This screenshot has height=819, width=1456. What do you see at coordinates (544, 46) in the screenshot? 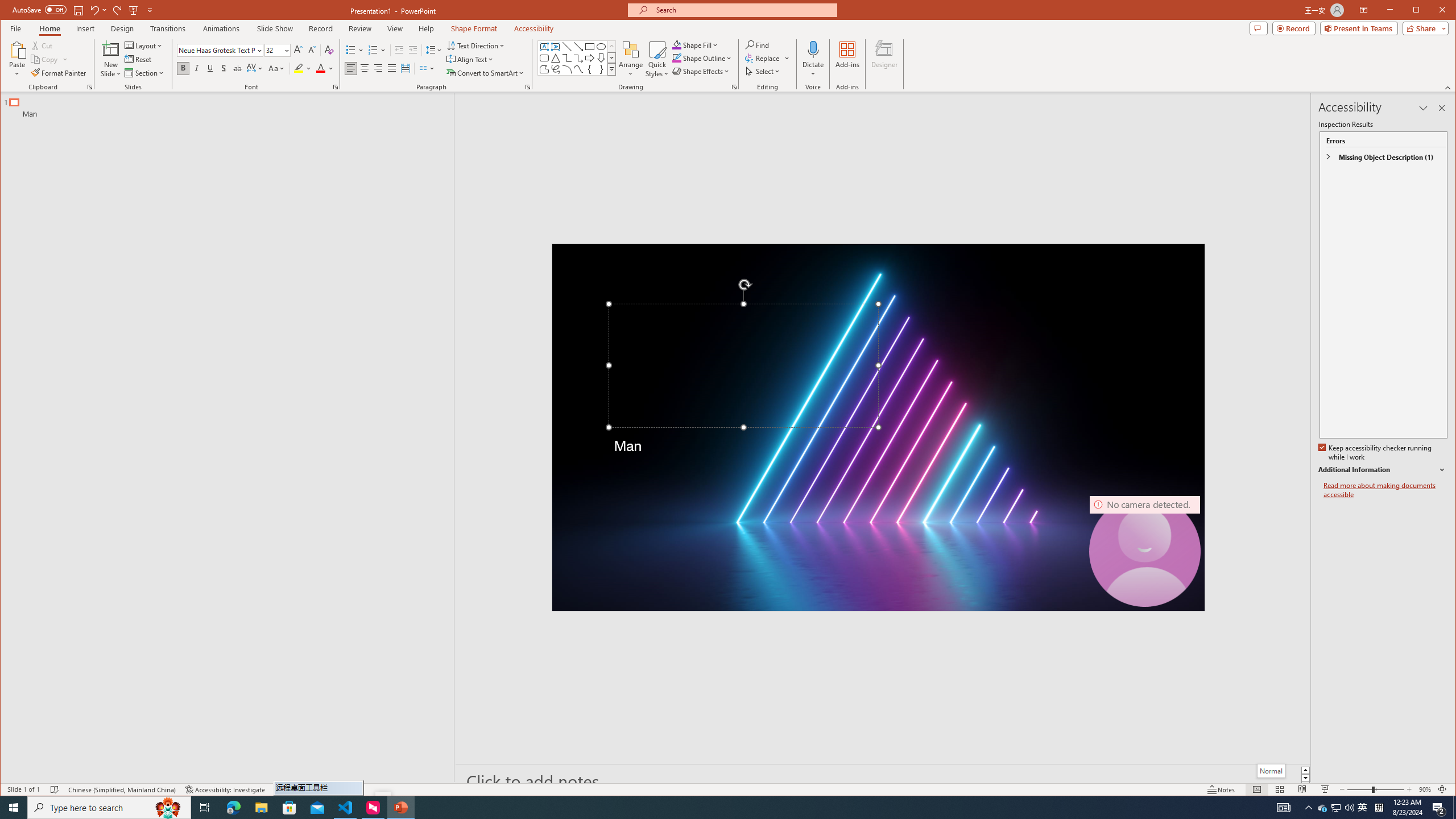
I see `'Text Box'` at bounding box center [544, 46].